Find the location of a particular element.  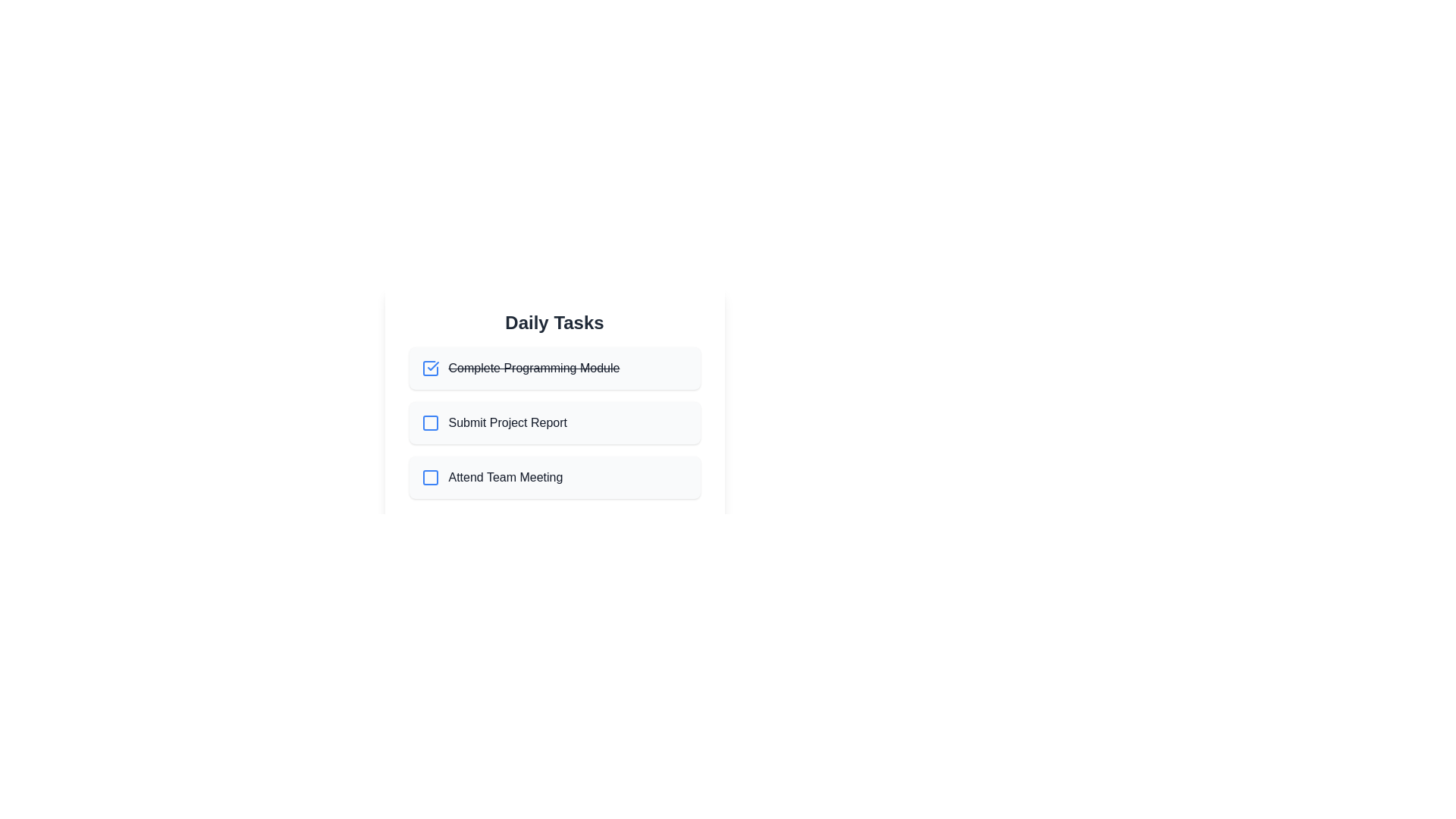

the checkmark icon with a blue outline, which is part of the task indicator for 'Complete Programming Module' is located at coordinates (429, 369).